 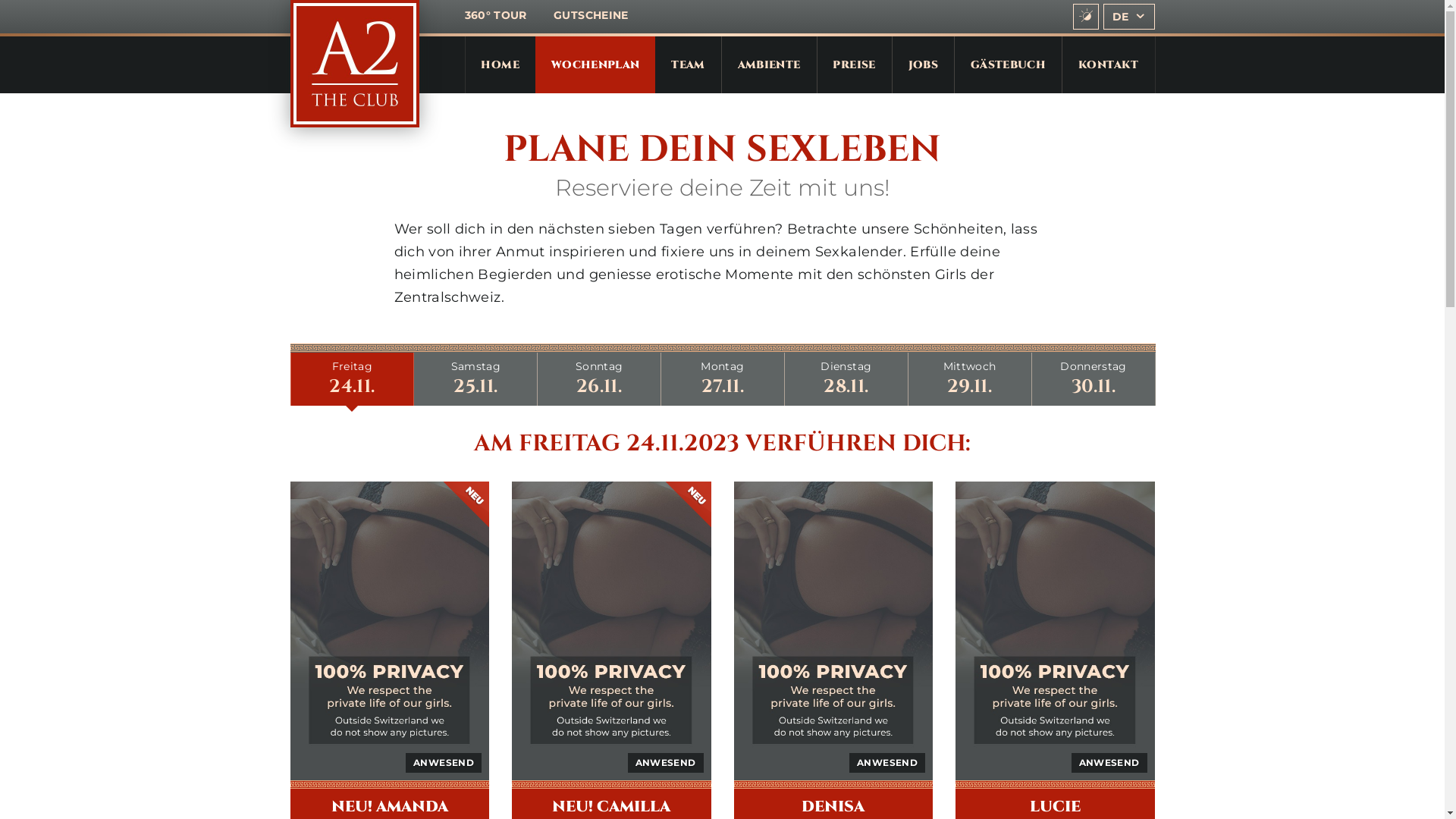 What do you see at coordinates (922, 64) in the screenshot?
I see `'JOBS'` at bounding box center [922, 64].